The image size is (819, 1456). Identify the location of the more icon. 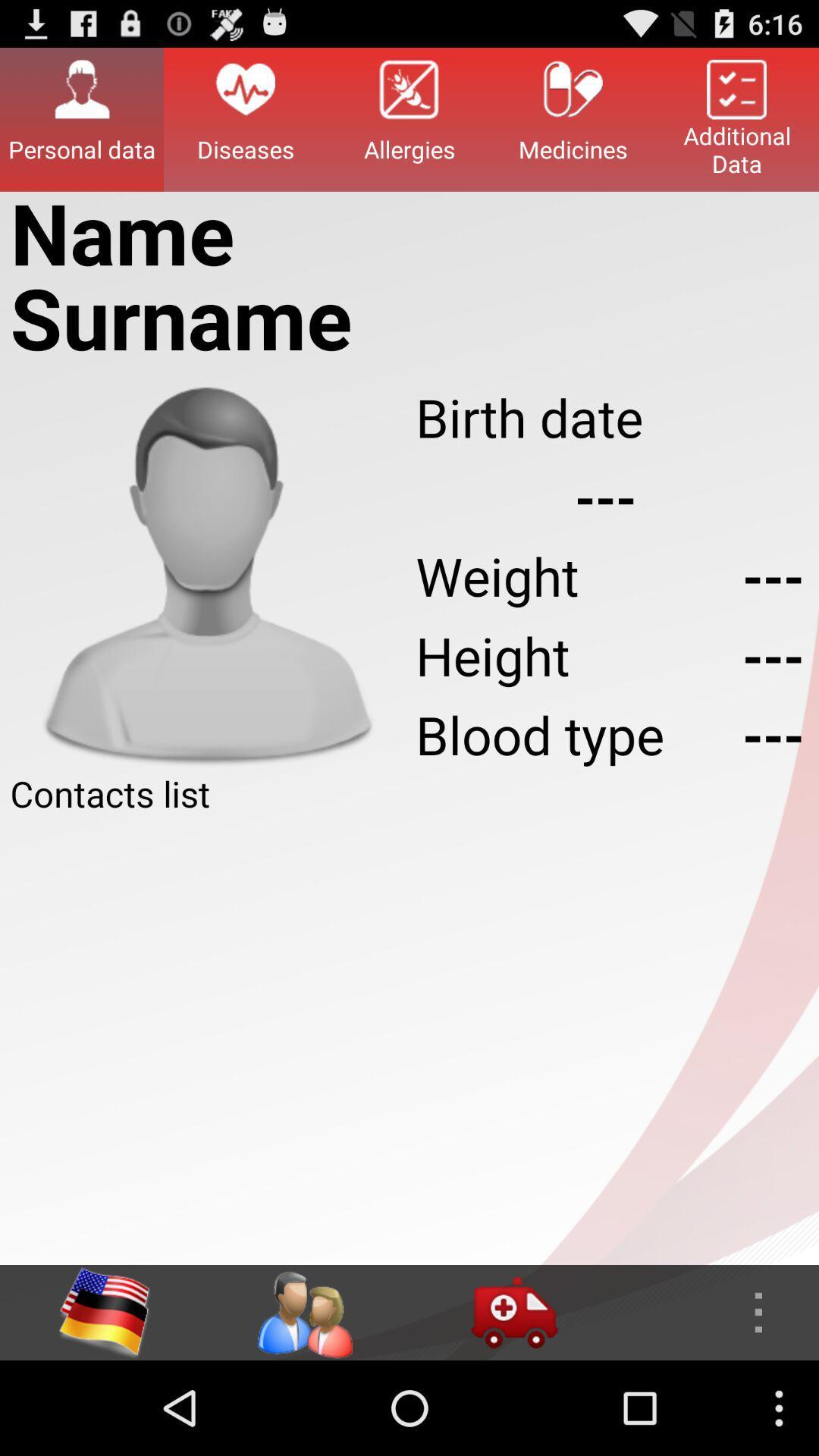
(714, 1404).